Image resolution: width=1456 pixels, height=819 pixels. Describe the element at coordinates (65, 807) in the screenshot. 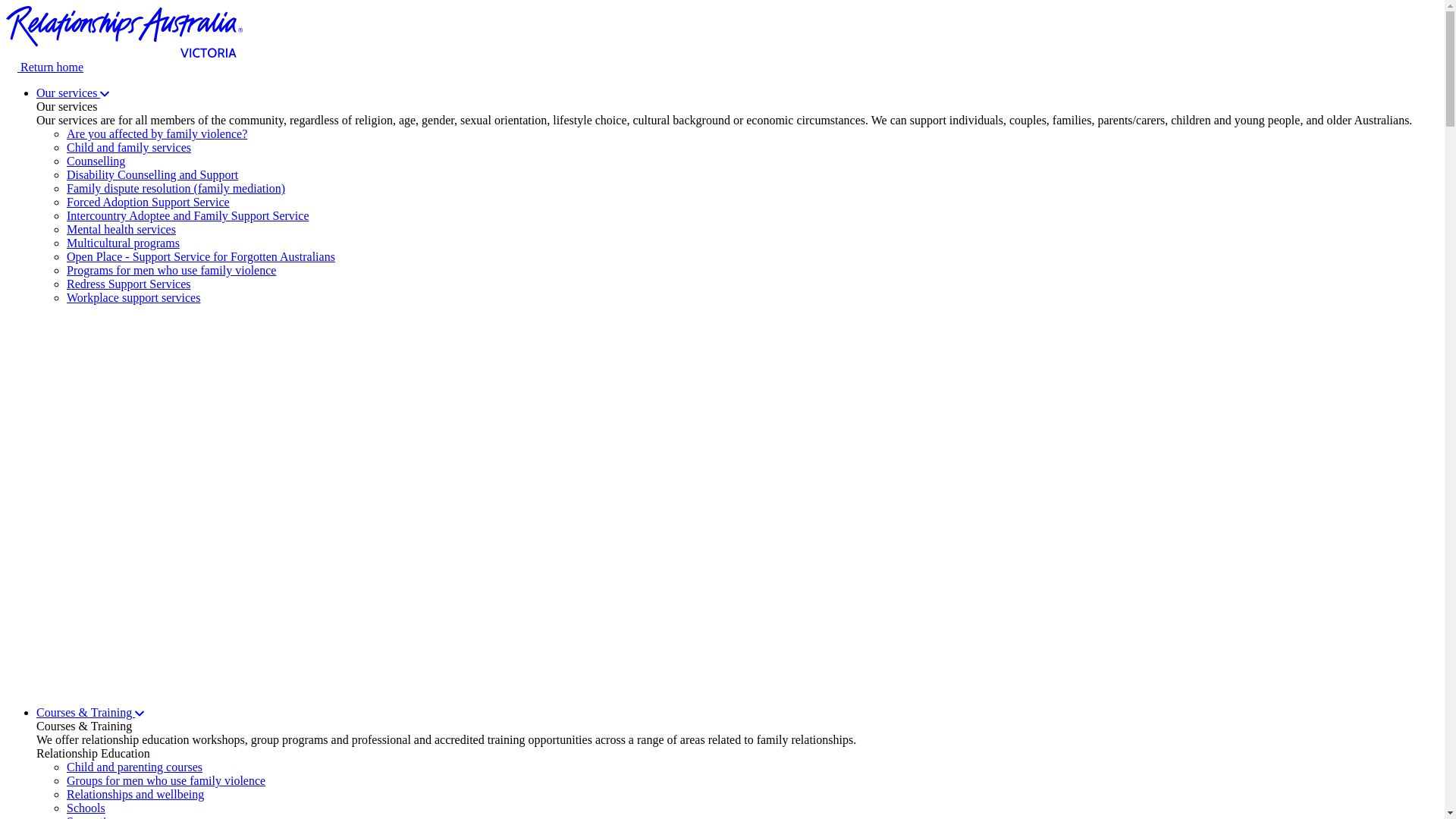

I see `'Schools'` at that location.